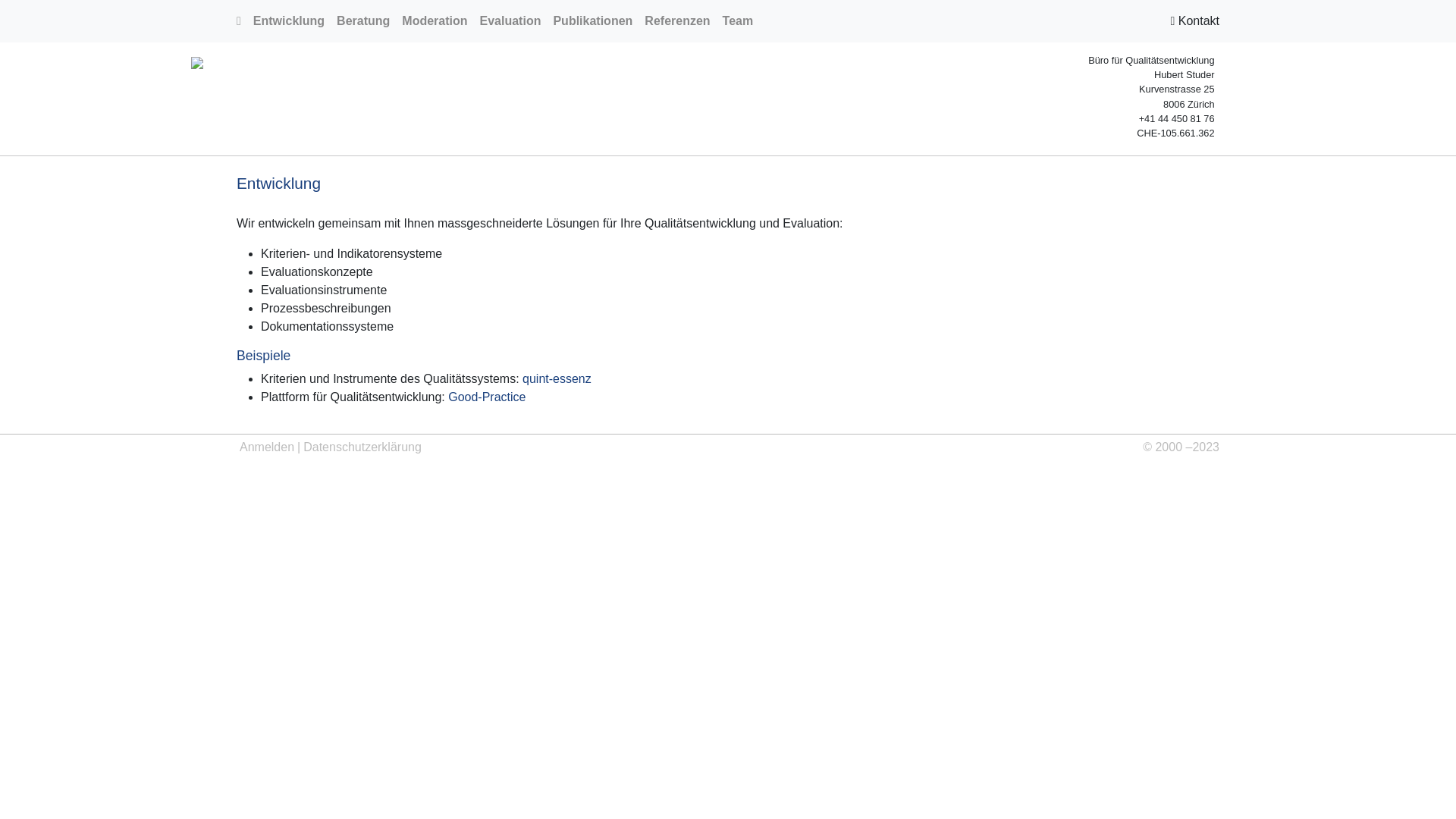 This screenshot has height=819, width=1456. Describe the element at coordinates (487, 396) in the screenshot. I see `'Good-Practice'` at that location.